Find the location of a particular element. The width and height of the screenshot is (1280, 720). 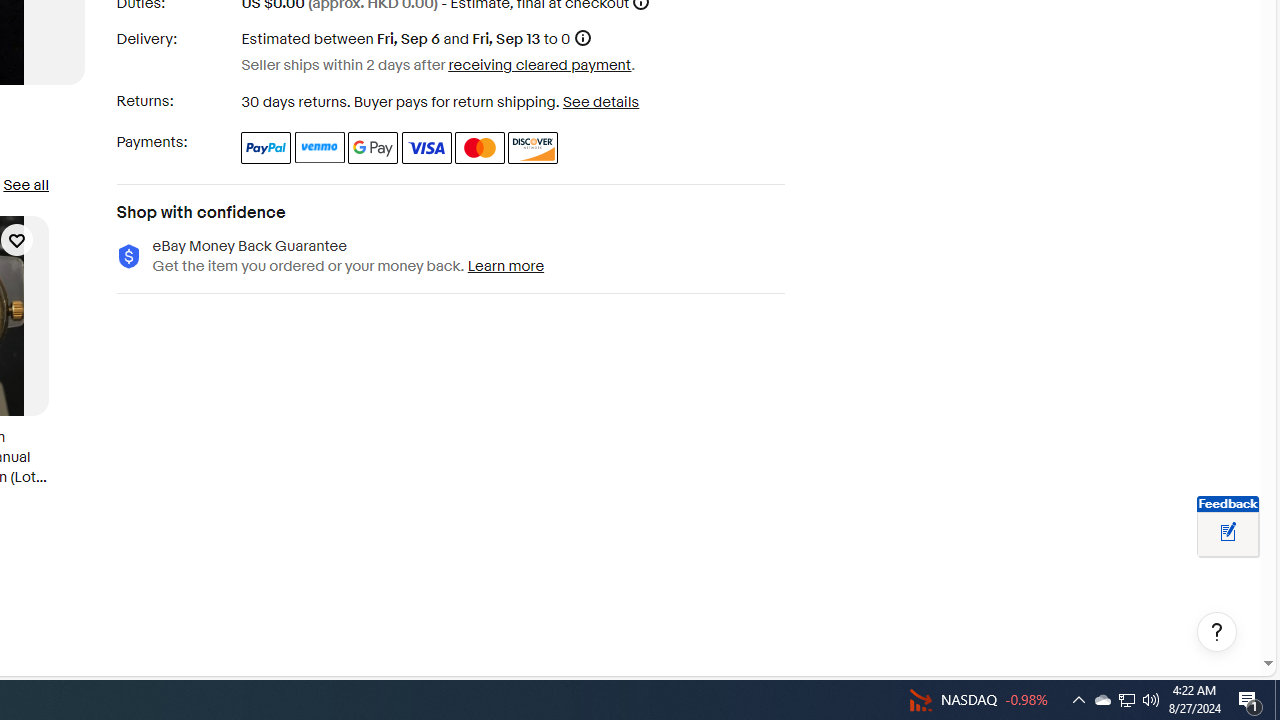

'Help, opens dialogs' is located at coordinates (1216, 632).